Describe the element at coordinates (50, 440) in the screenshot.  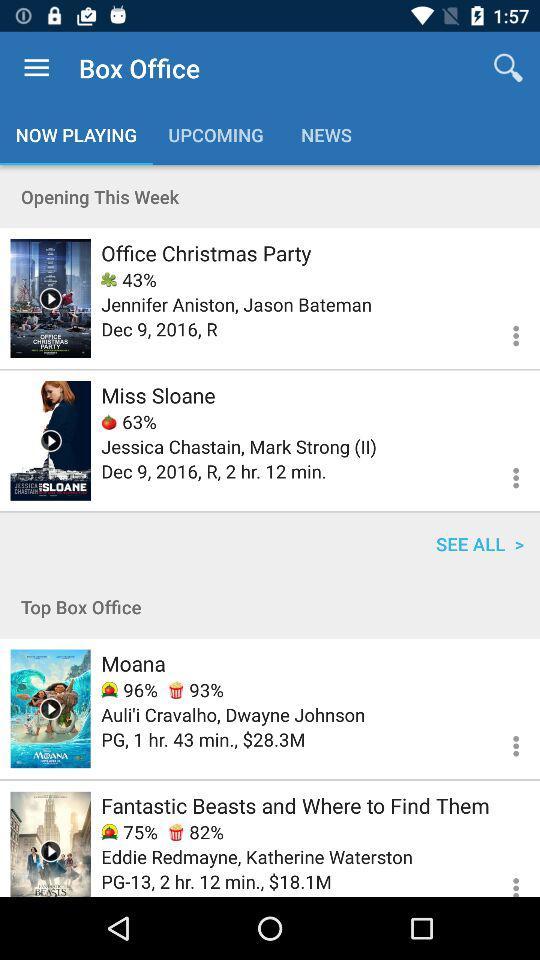
I see `shows infomation about movie` at that location.